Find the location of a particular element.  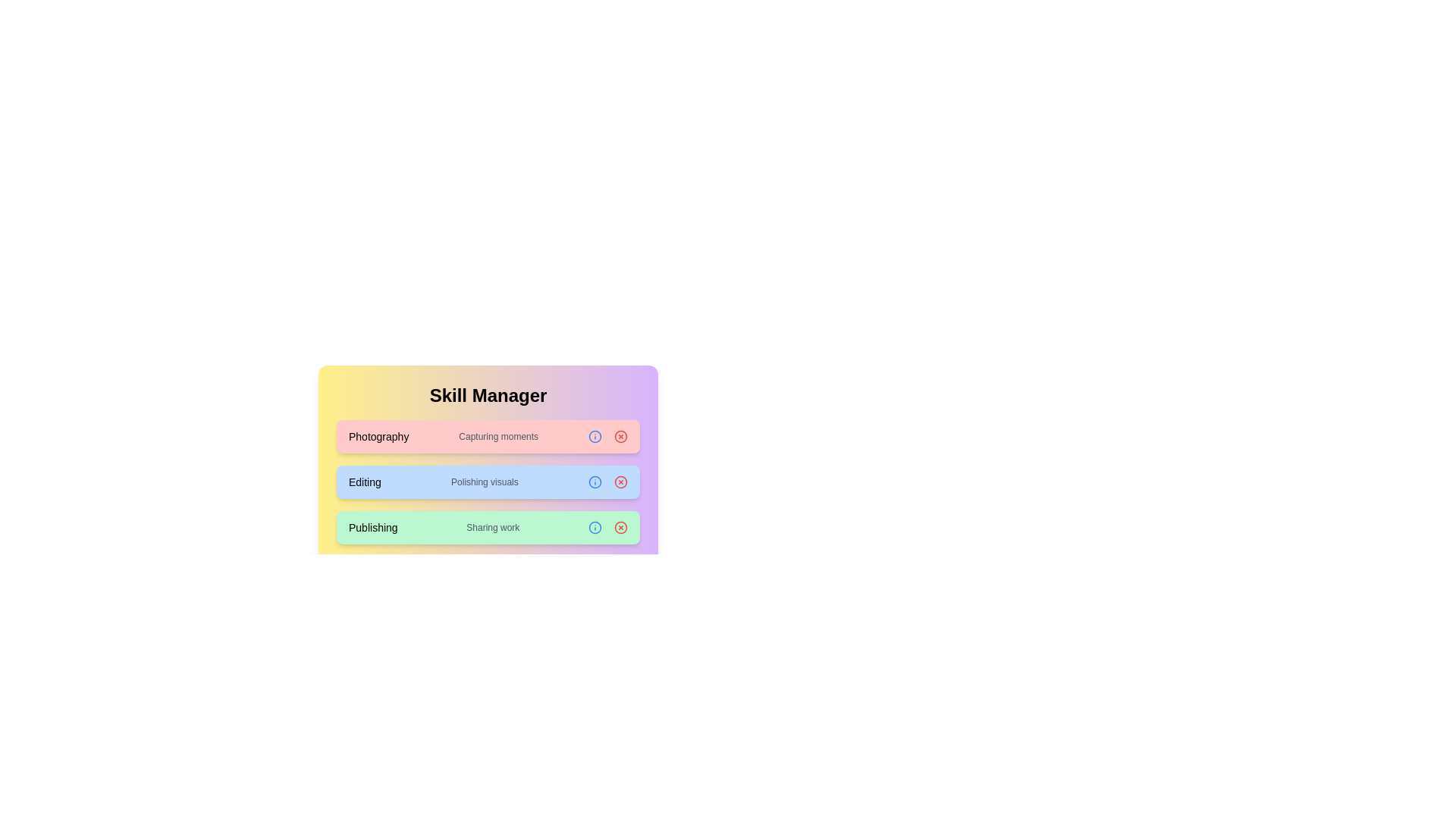

the text content of the chip labeled Publishing is located at coordinates (373, 526).